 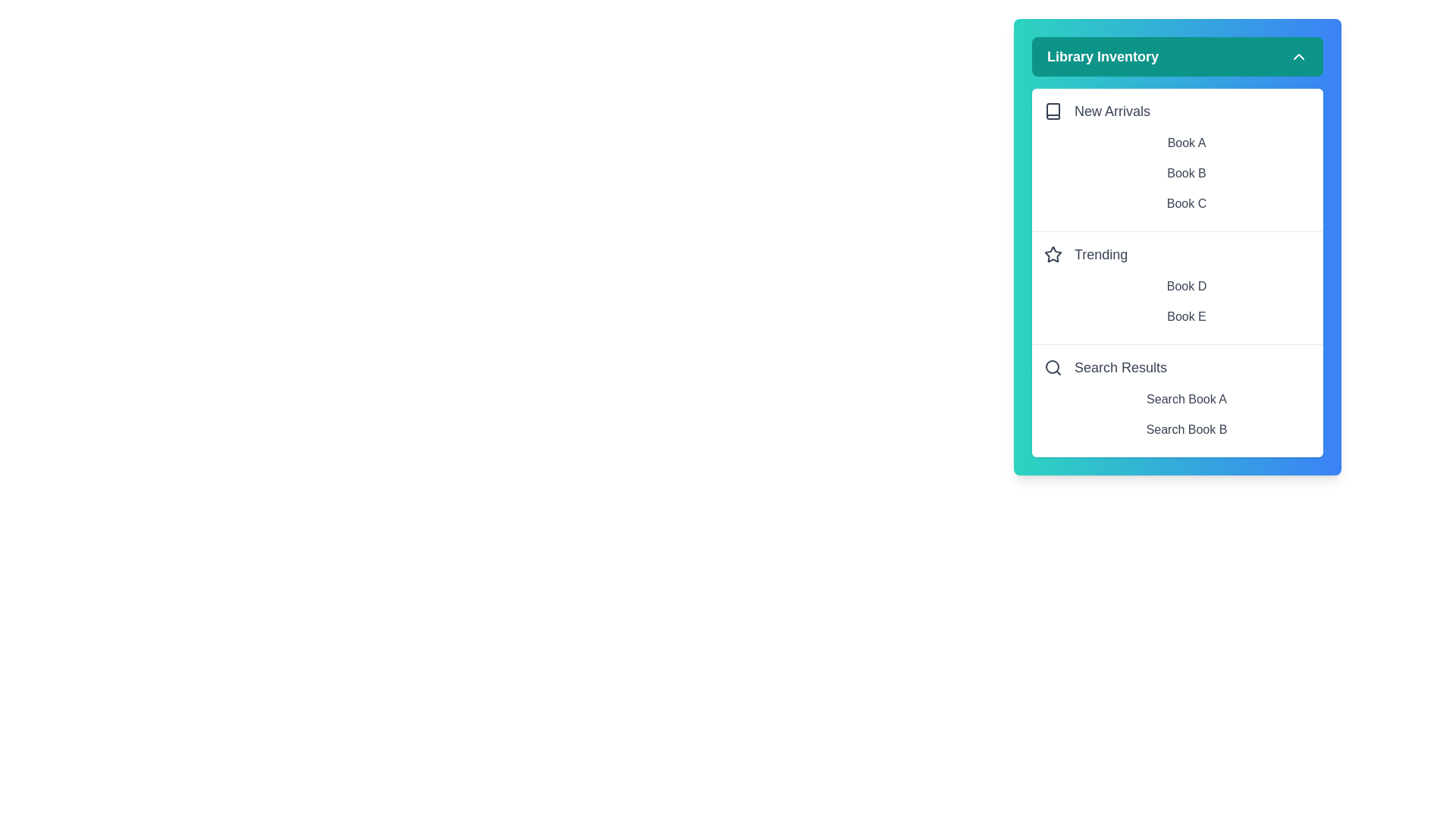 I want to click on the icon next to New Arrivals to interact with it, so click(x=1052, y=110).